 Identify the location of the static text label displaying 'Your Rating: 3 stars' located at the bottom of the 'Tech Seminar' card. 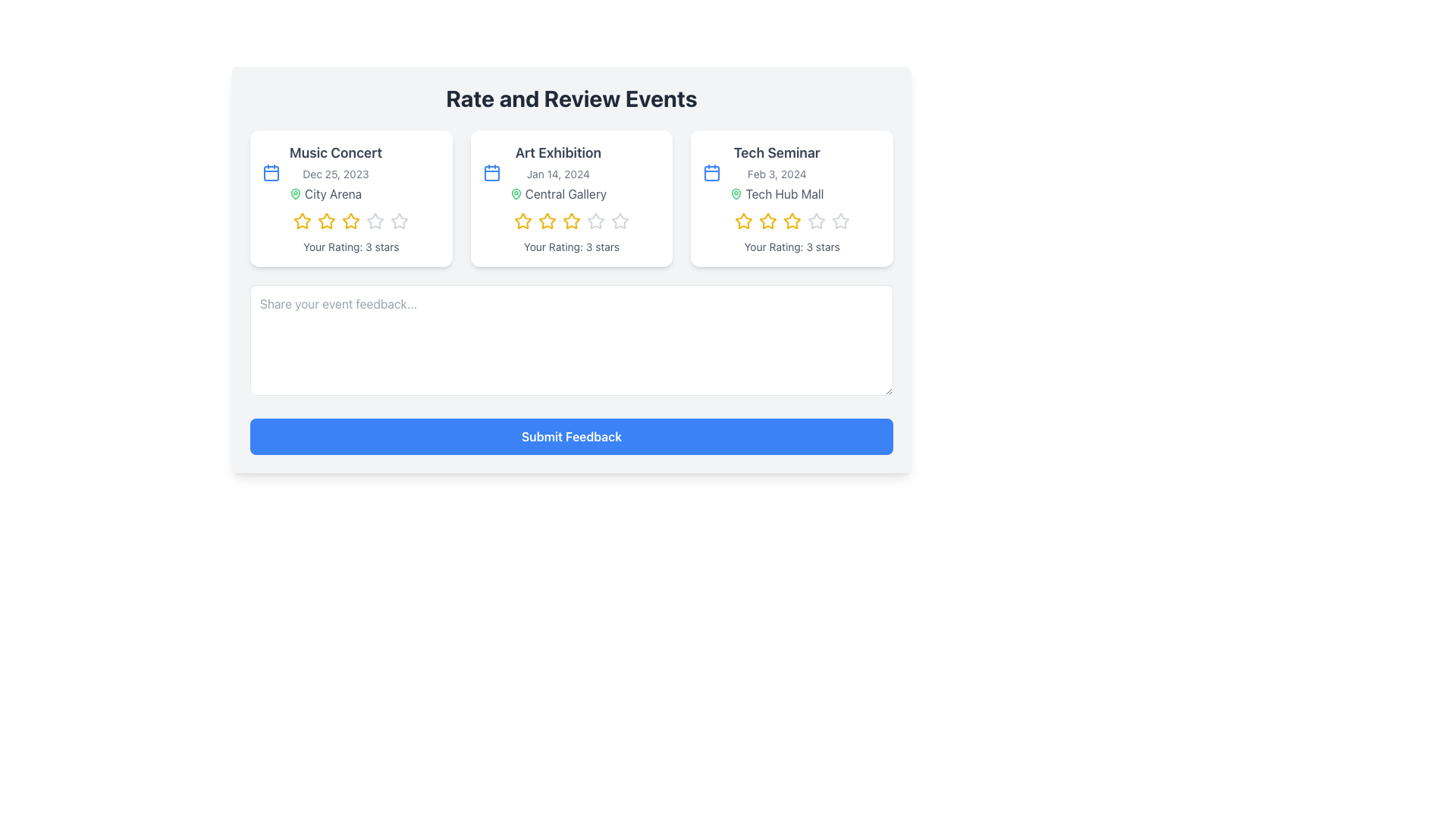
(791, 246).